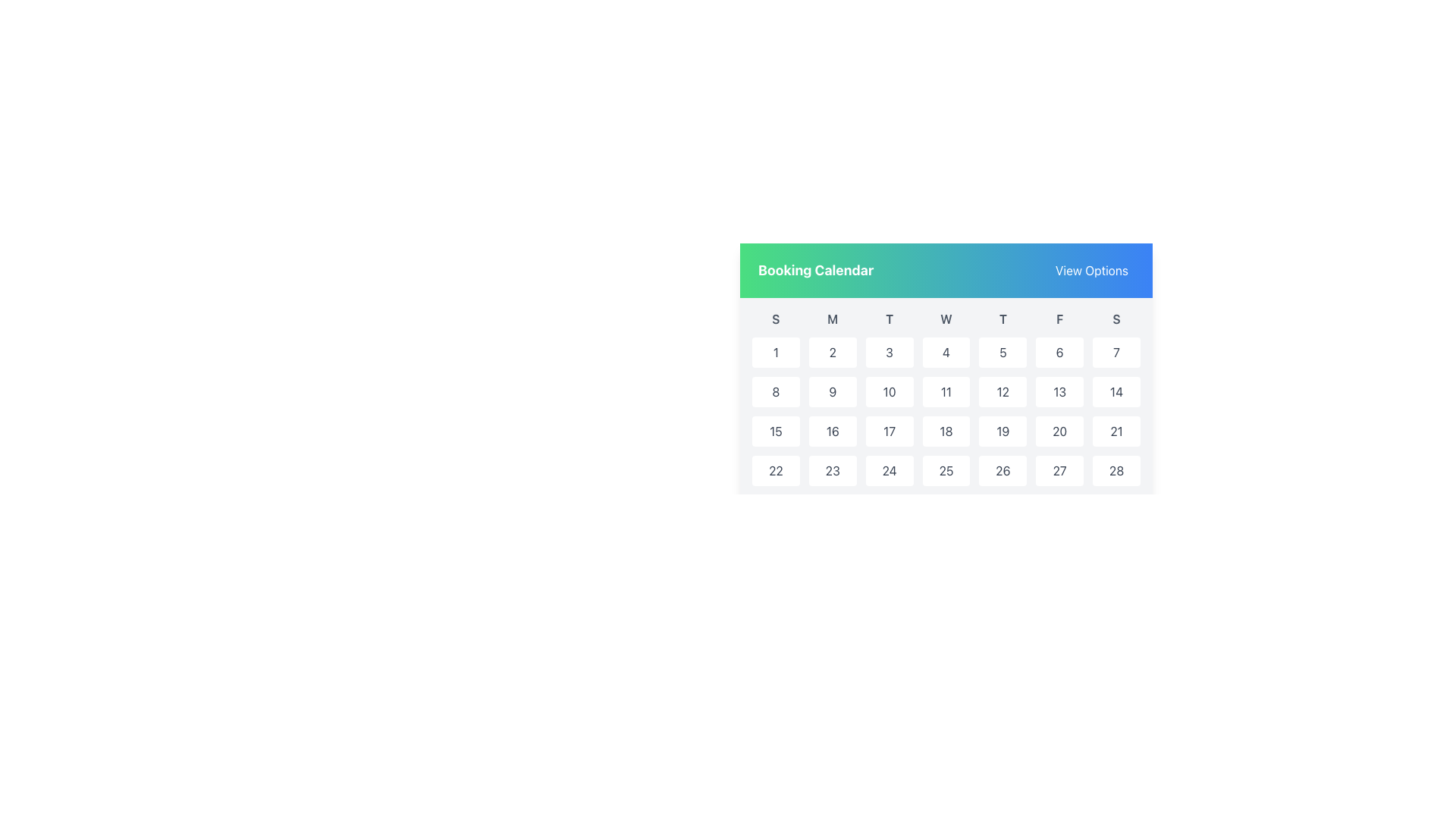  What do you see at coordinates (946, 353) in the screenshot?
I see `the text label displaying the number '4' located in the fourth cell of the first row under the column labeled 'W' in the calendar grid` at bounding box center [946, 353].